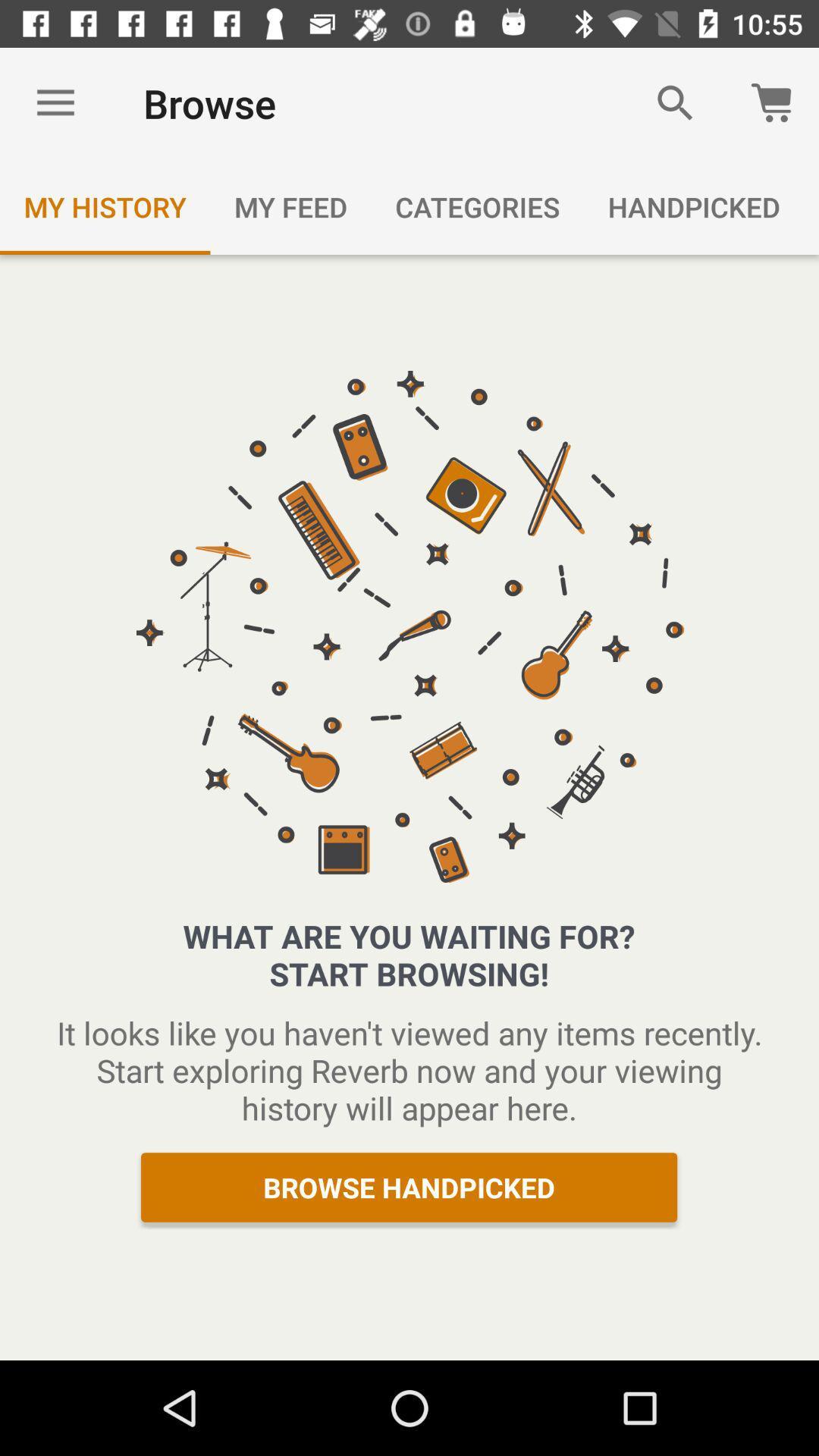 The image size is (819, 1456). I want to click on the item to the left of the browse item, so click(55, 102).